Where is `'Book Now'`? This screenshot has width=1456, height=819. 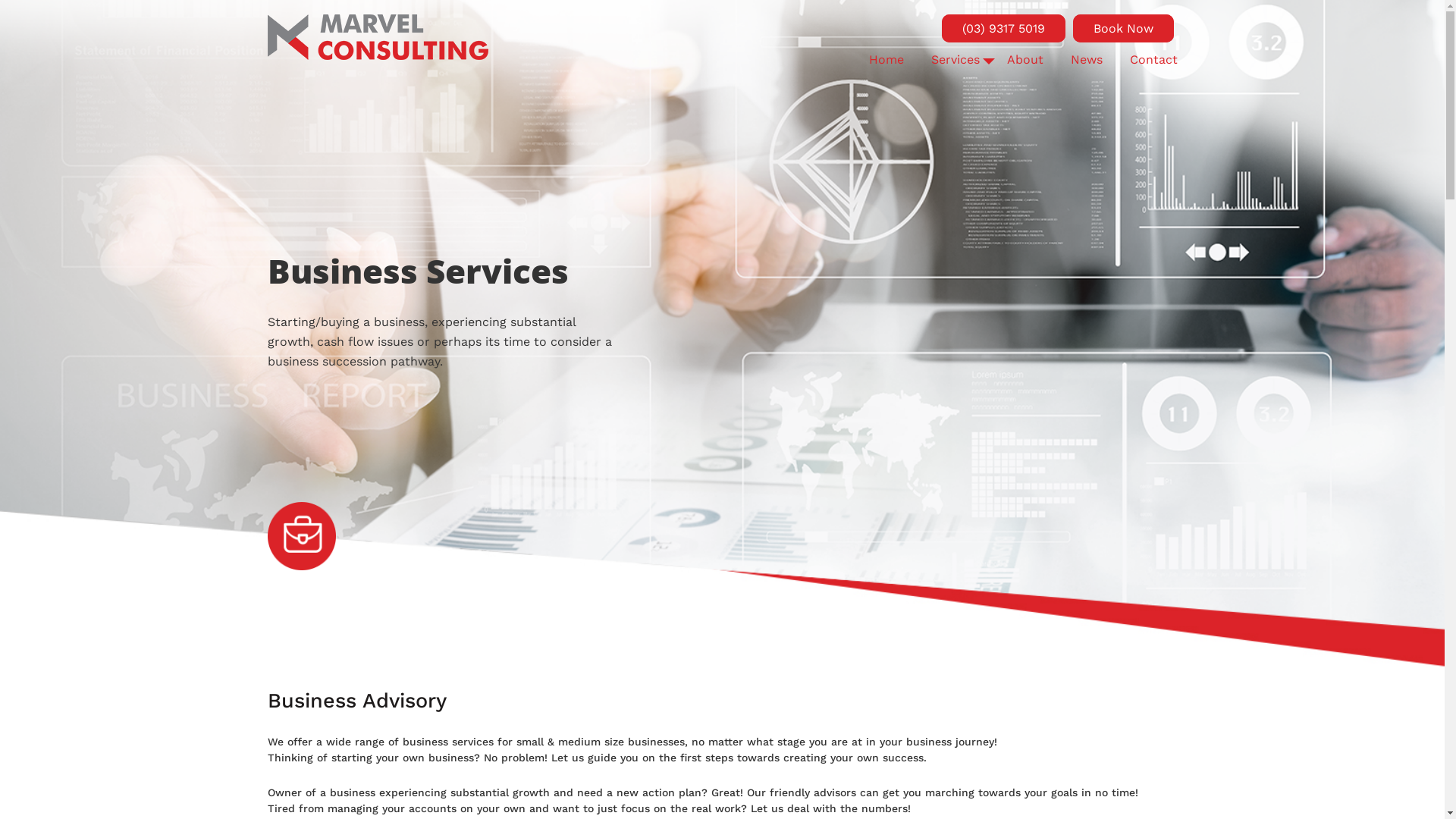
'Book Now' is located at coordinates (1122, 28).